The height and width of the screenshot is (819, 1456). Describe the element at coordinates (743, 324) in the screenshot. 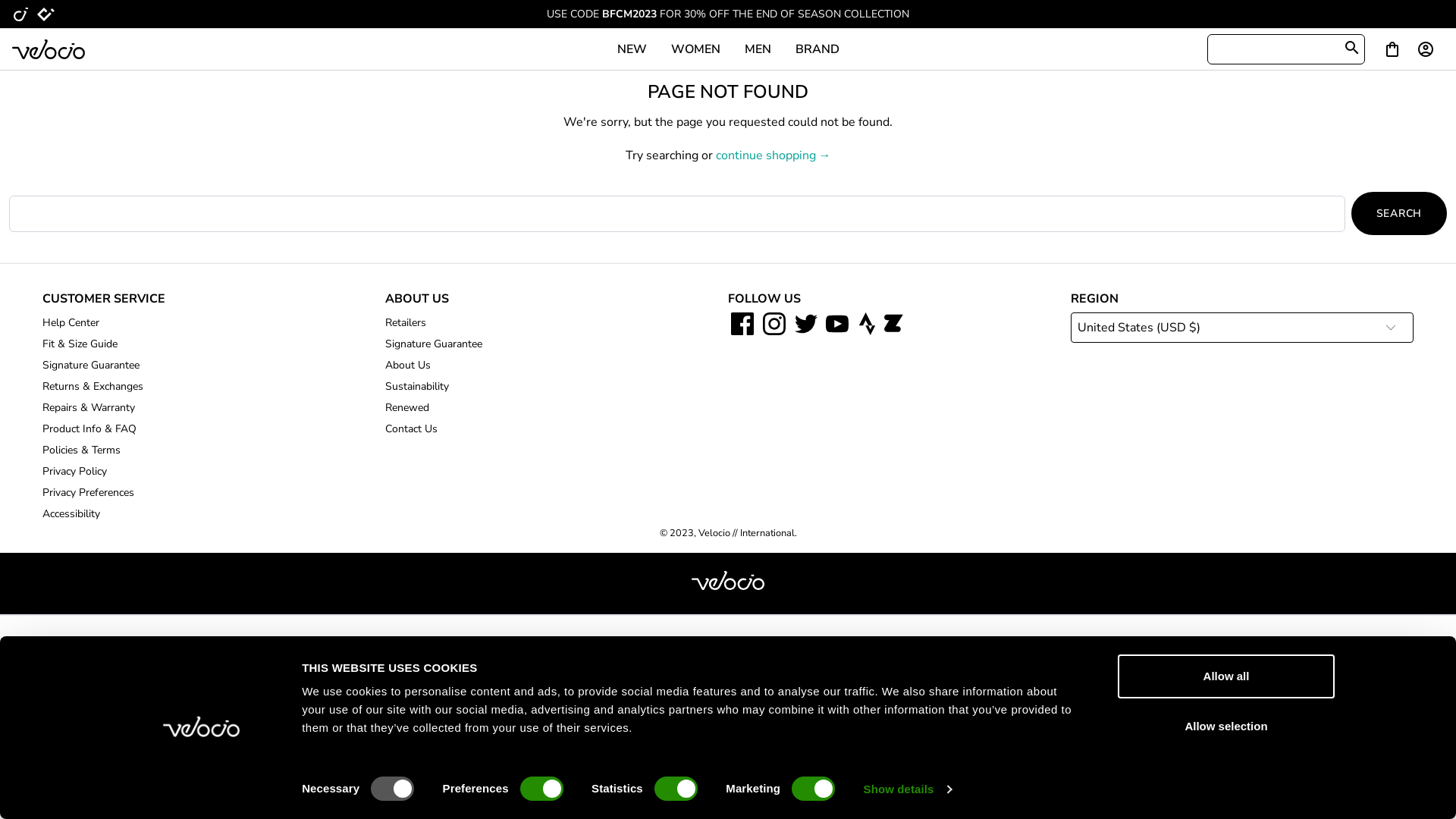

I see `'Facebook icon'` at that location.